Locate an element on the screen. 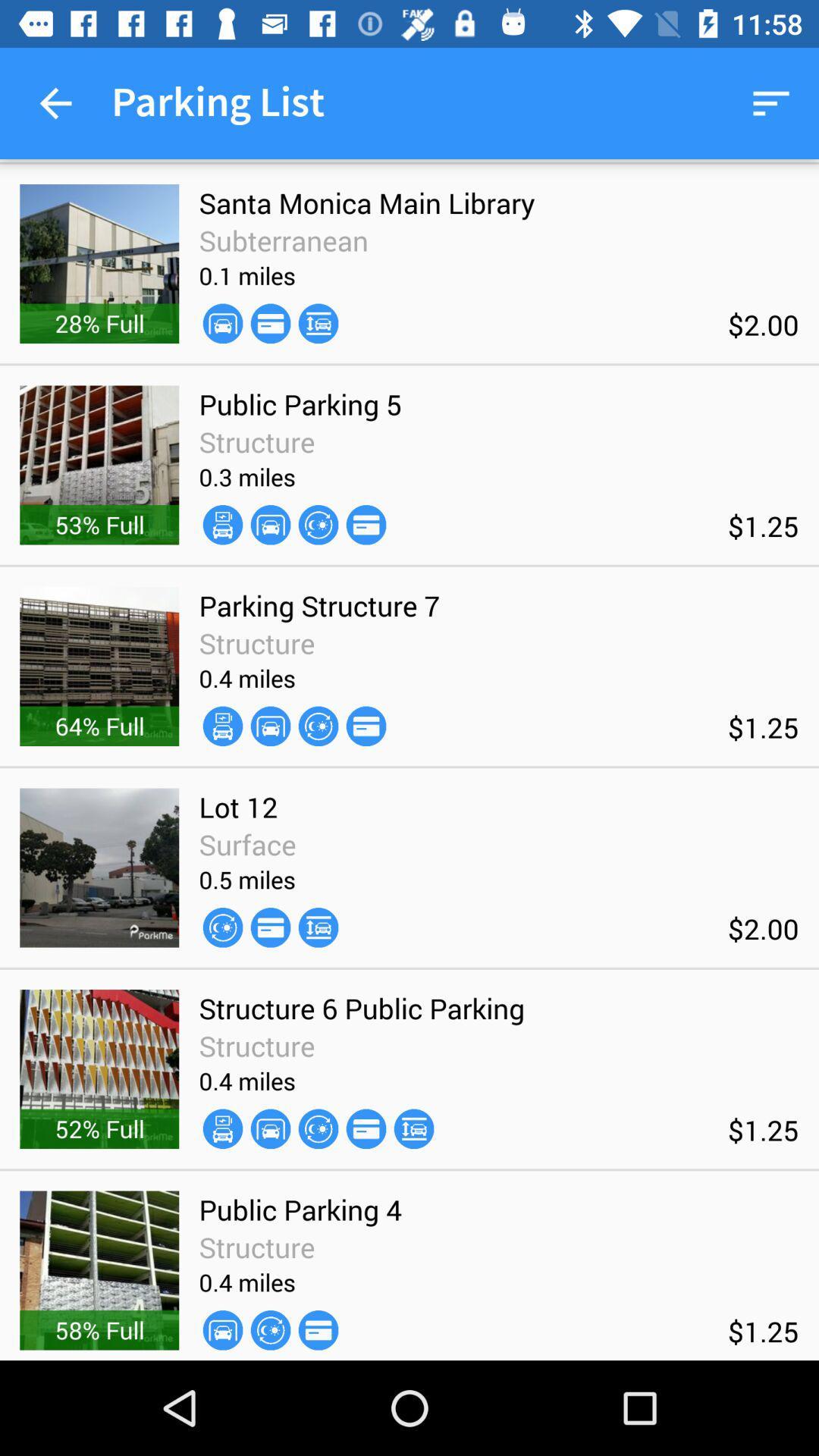 The height and width of the screenshot is (1456, 819). the item below 0.5 miles icon is located at coordinates (318, 927).